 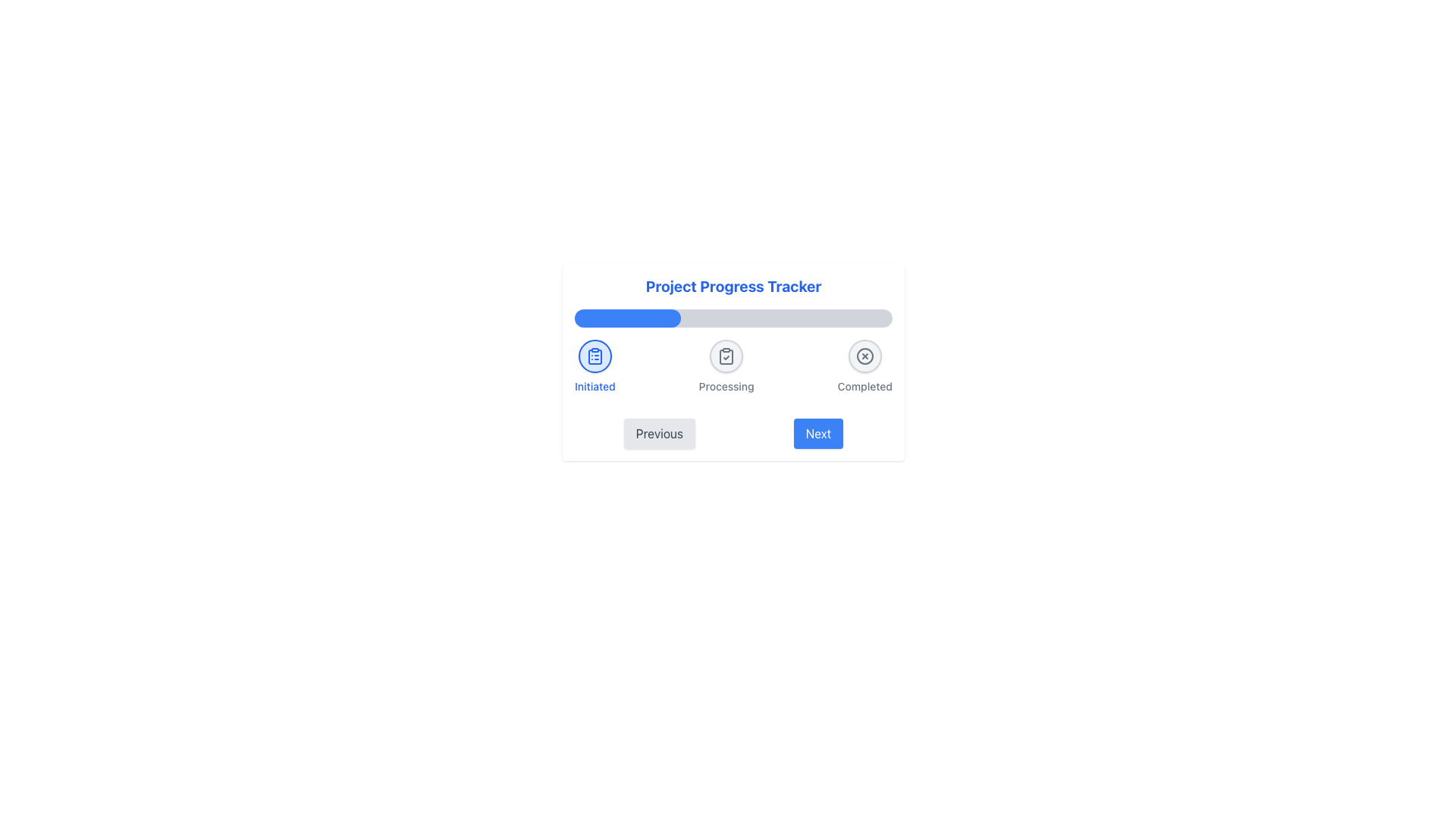 I want to click on the leftmost Status indicator with an icon and a label in the progress tracker UI section, which indicates that the process has commenced, so click(x=594, y=366).